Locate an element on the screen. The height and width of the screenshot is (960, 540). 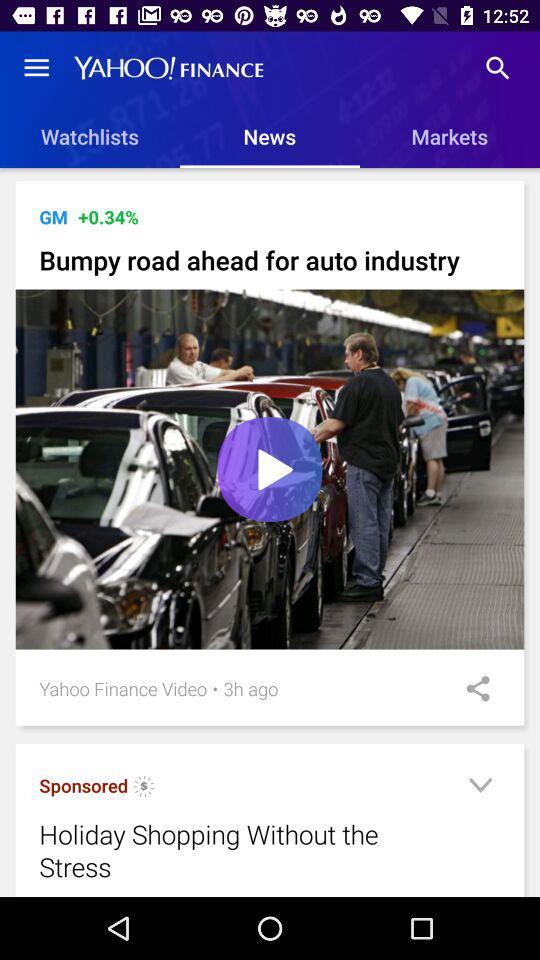
shows down icon is located at coordinates (479, 788).